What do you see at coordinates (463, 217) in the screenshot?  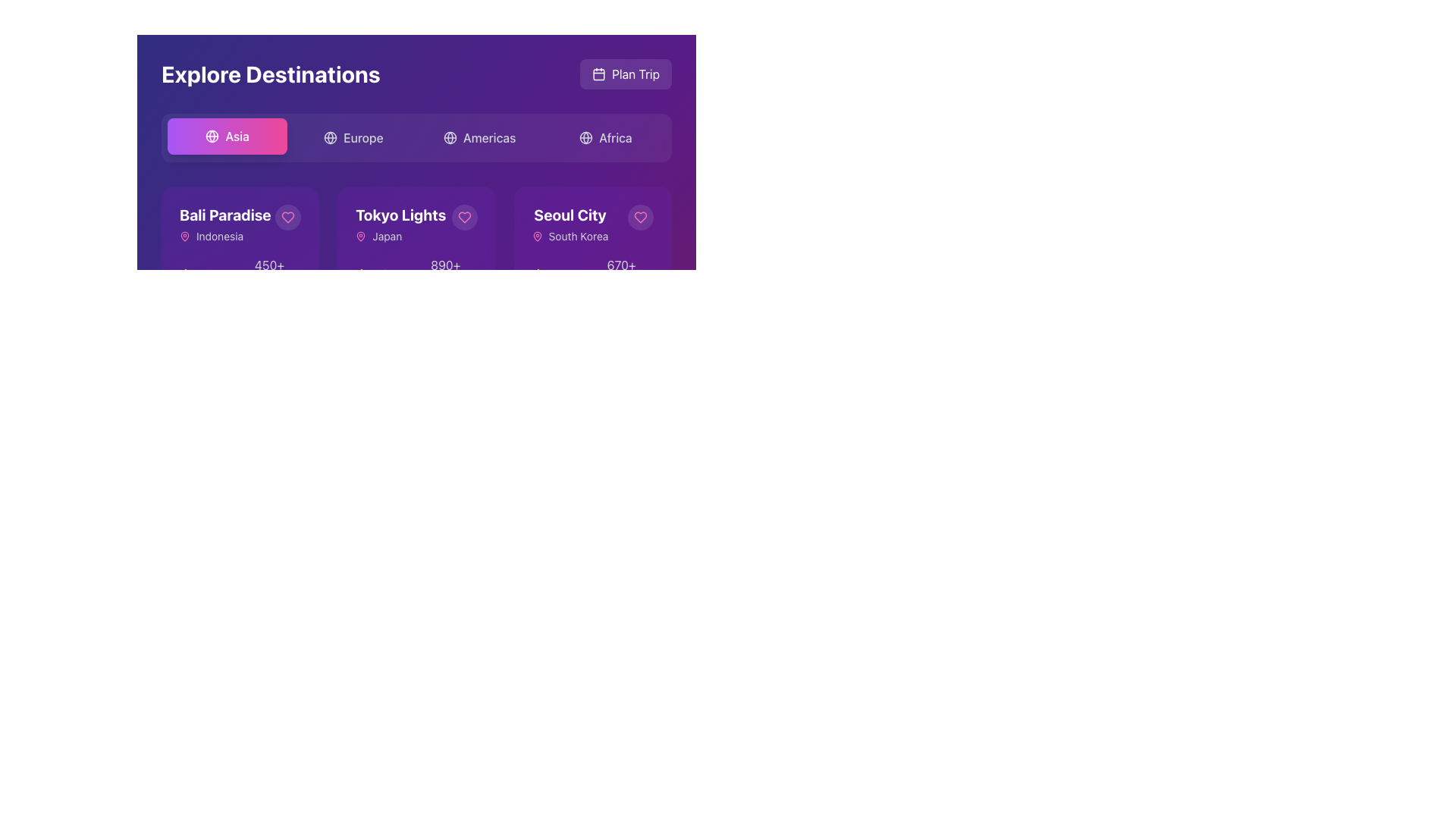 I see `the circular button with a heart icon in the top-right area of the 'Tokyo Lights' card to mark it as favorite` at bounding box center [463, 217].